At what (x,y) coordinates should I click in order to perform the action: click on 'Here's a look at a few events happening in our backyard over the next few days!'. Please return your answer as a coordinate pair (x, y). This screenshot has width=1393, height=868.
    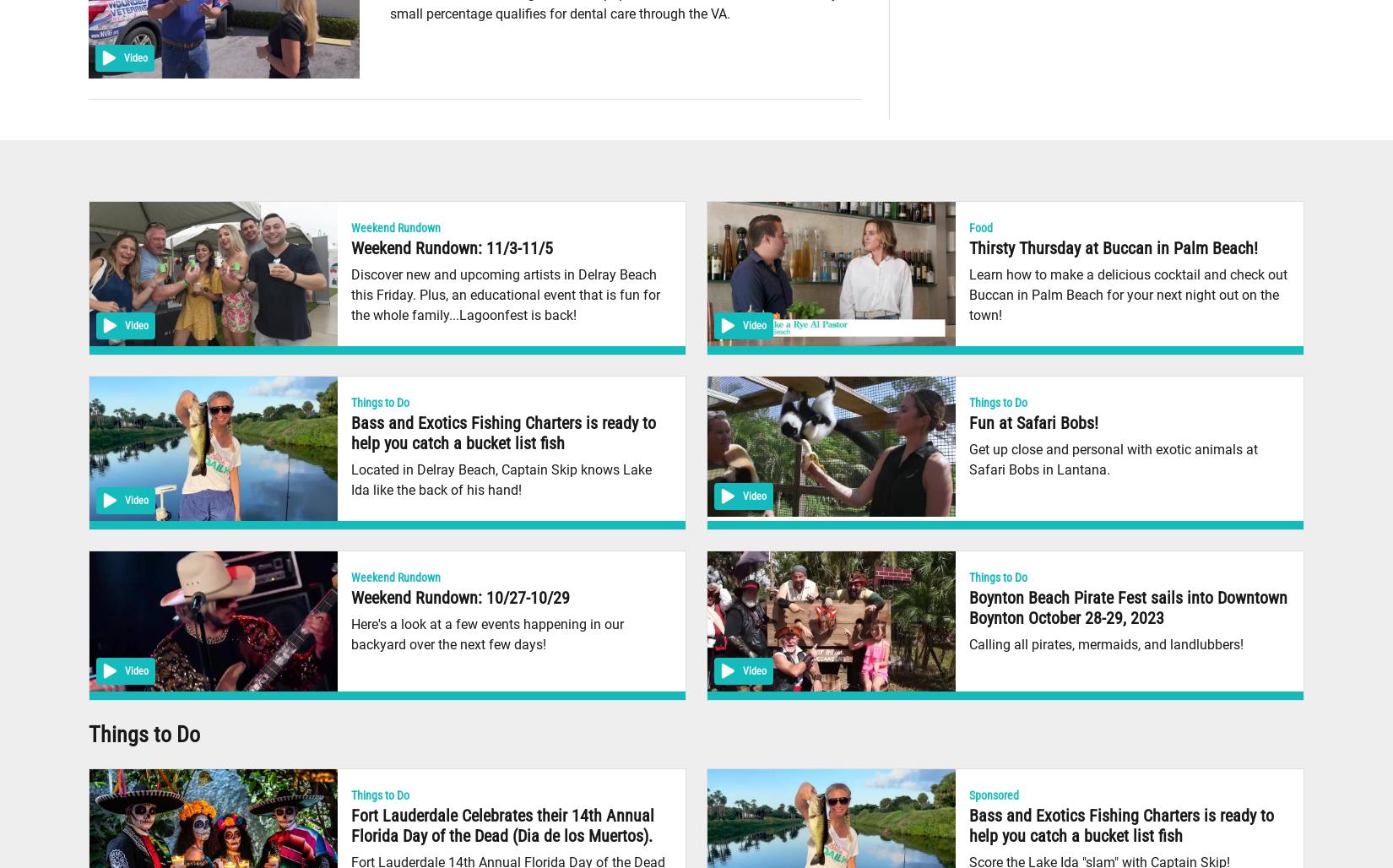
    Looking at the image, I should click on (486, 633).